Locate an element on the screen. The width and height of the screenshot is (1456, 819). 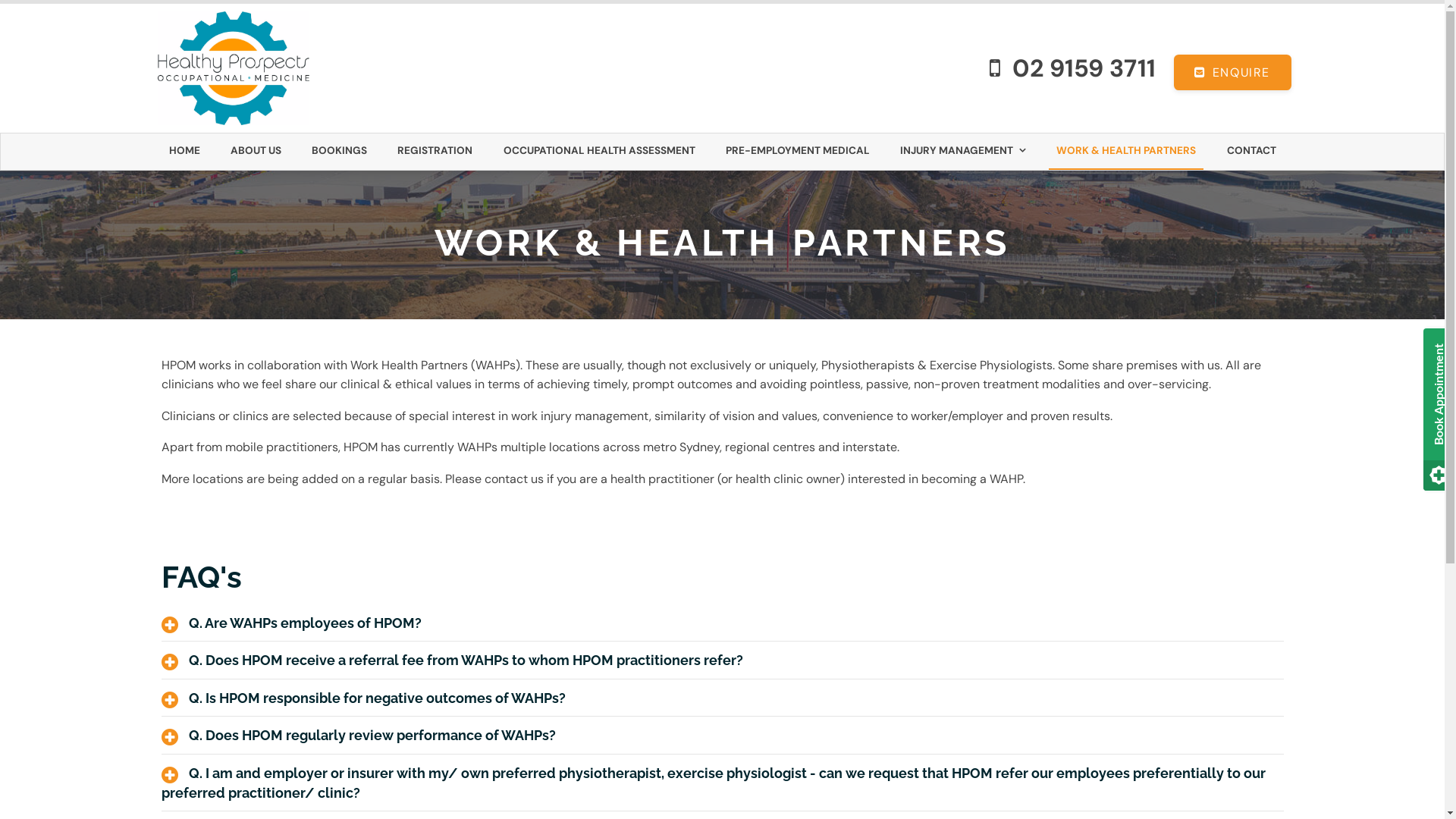
'CONTACT' is located at coordinates (1219, 152).